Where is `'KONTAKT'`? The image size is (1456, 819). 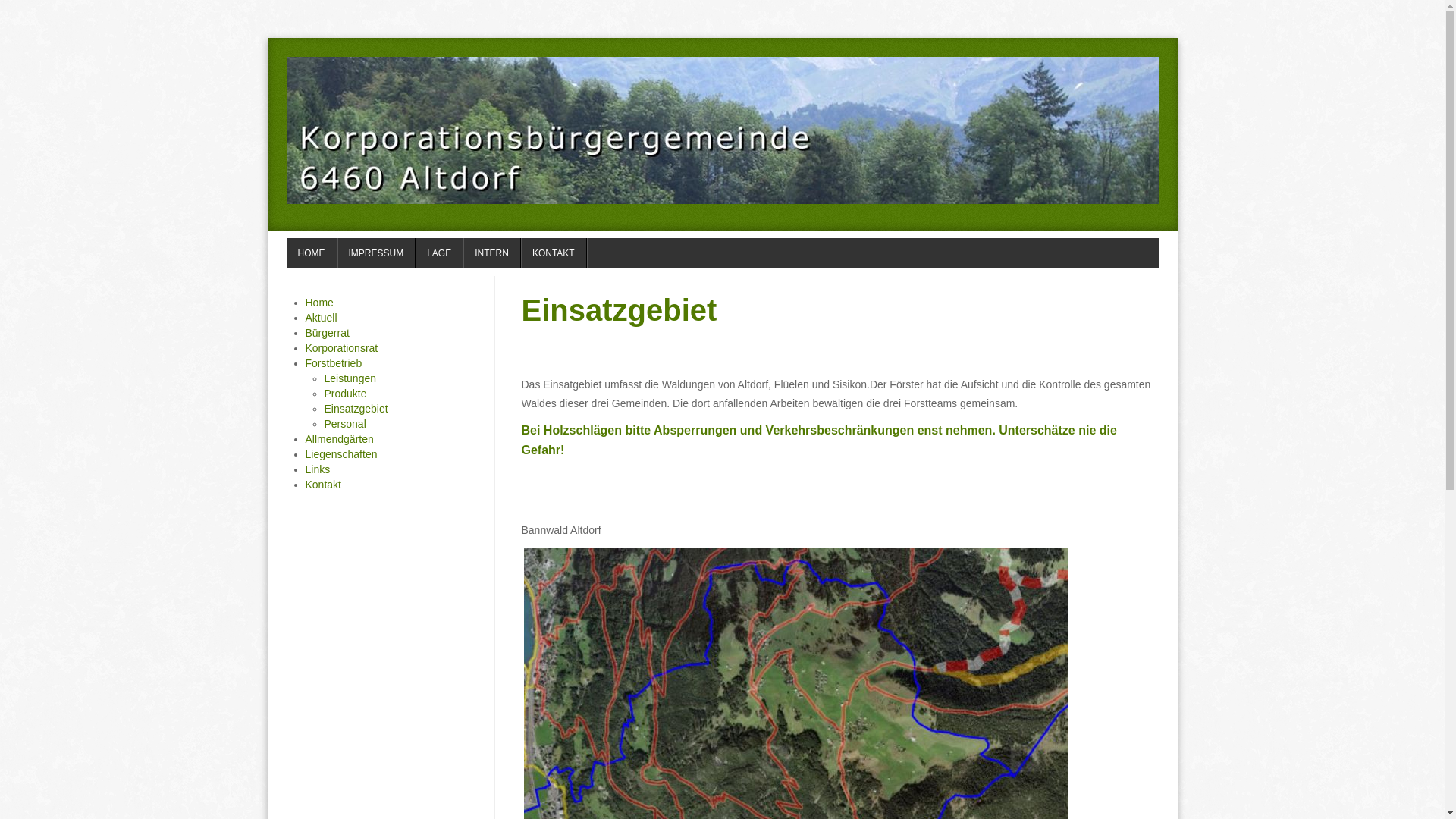
'KONTAKT' is located at coordinates (553, 253).